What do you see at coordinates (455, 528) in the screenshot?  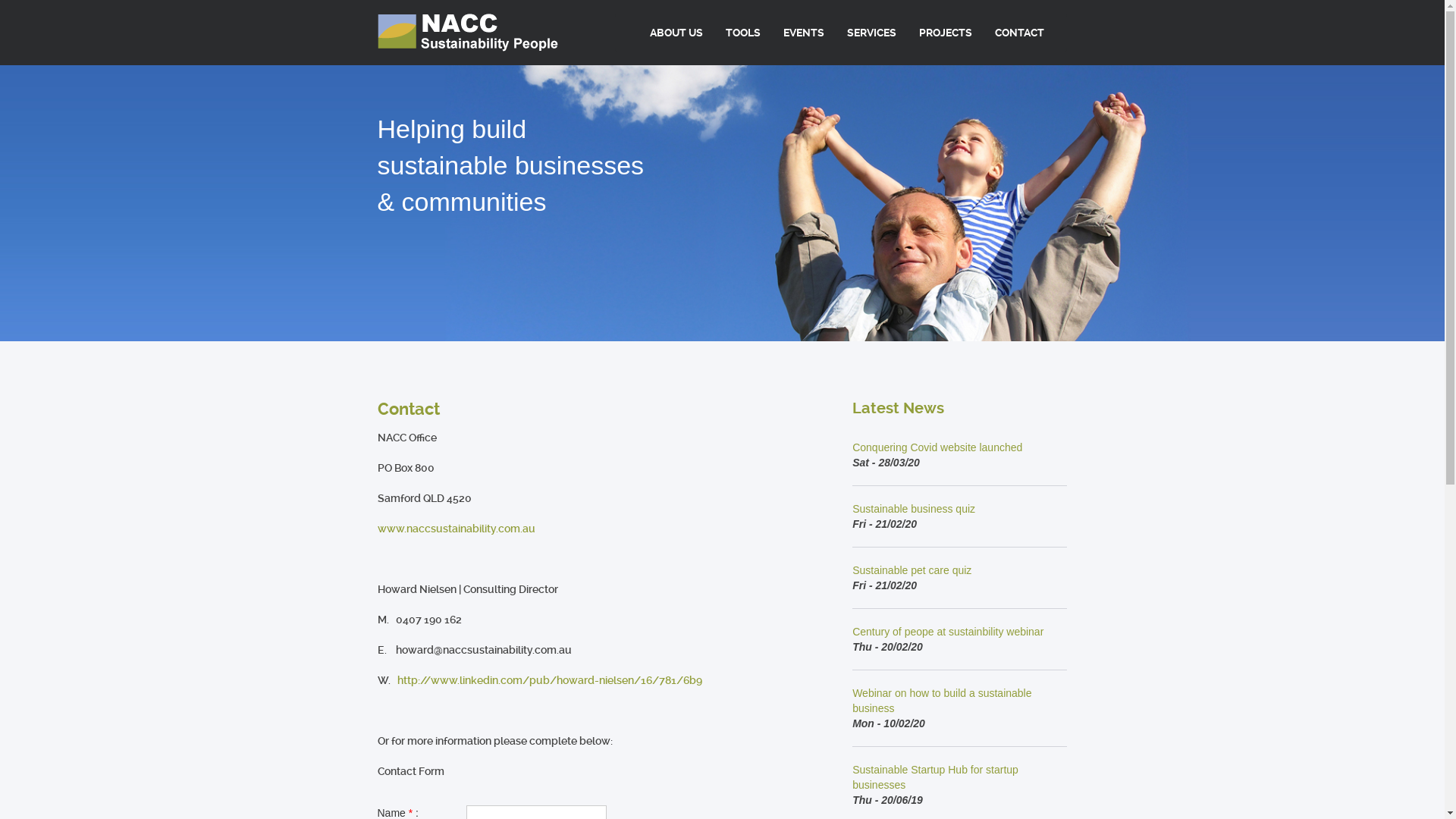 I see `'www.naccsustainability.com.au'` at bounding box center [455, 528].